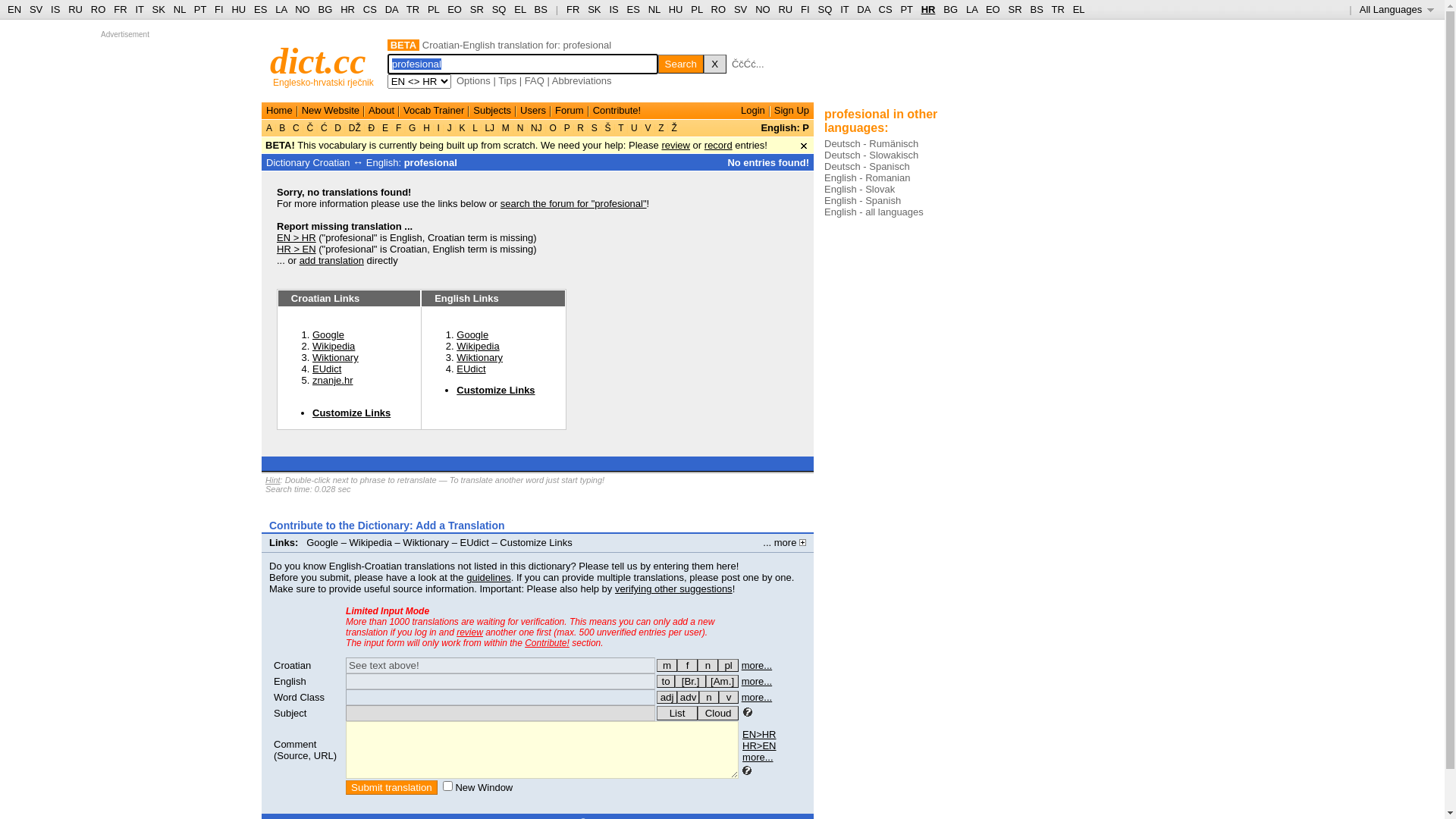  Describe the element at coordinates (927, 9) in the screenshot. I see `'HR'` at that location.